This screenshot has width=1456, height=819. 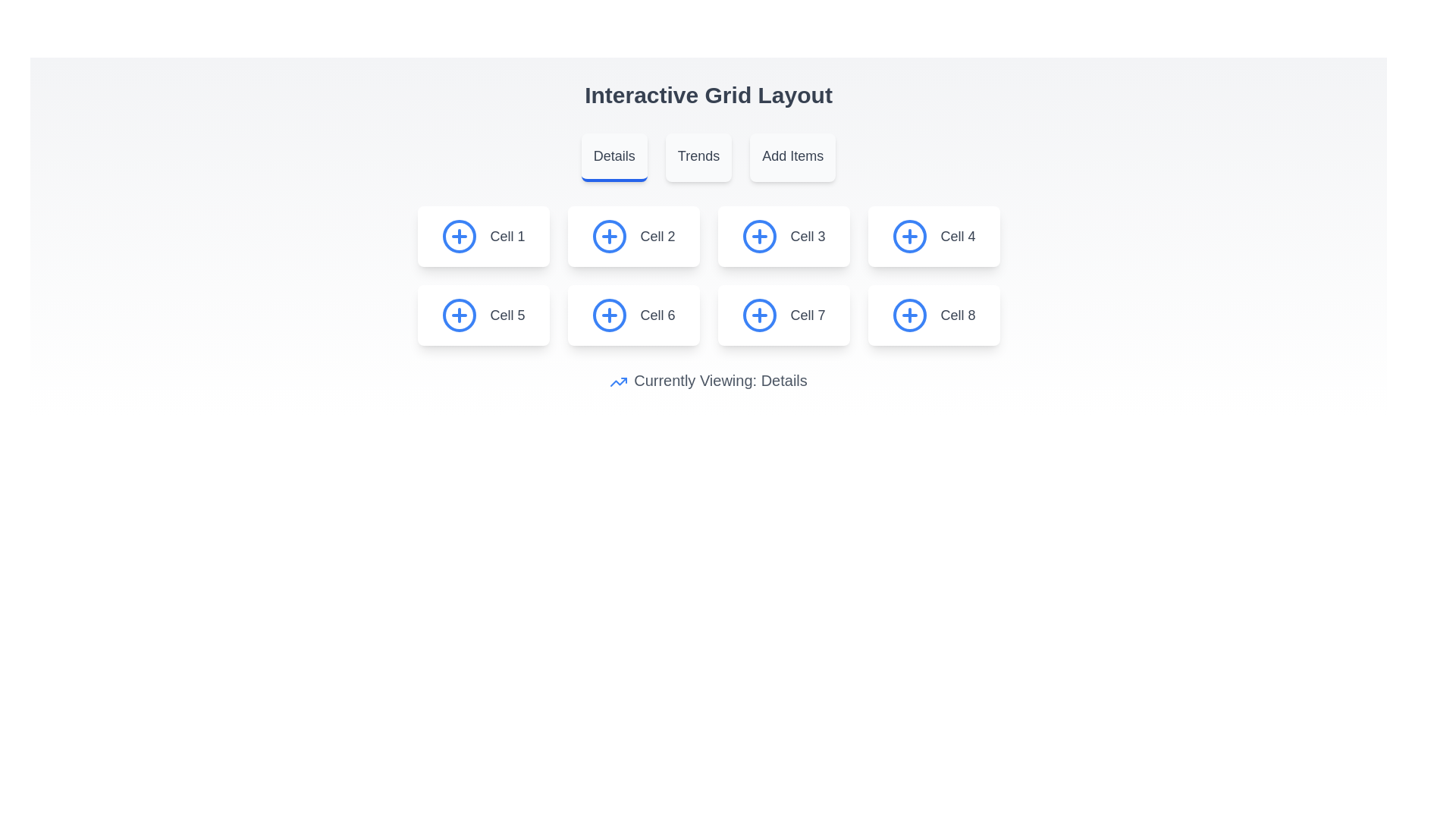 I want to click on the Text label located to the right of the 'Trends' button, indicating functionality to add items to a list or grid, so click(x=792, y=155).